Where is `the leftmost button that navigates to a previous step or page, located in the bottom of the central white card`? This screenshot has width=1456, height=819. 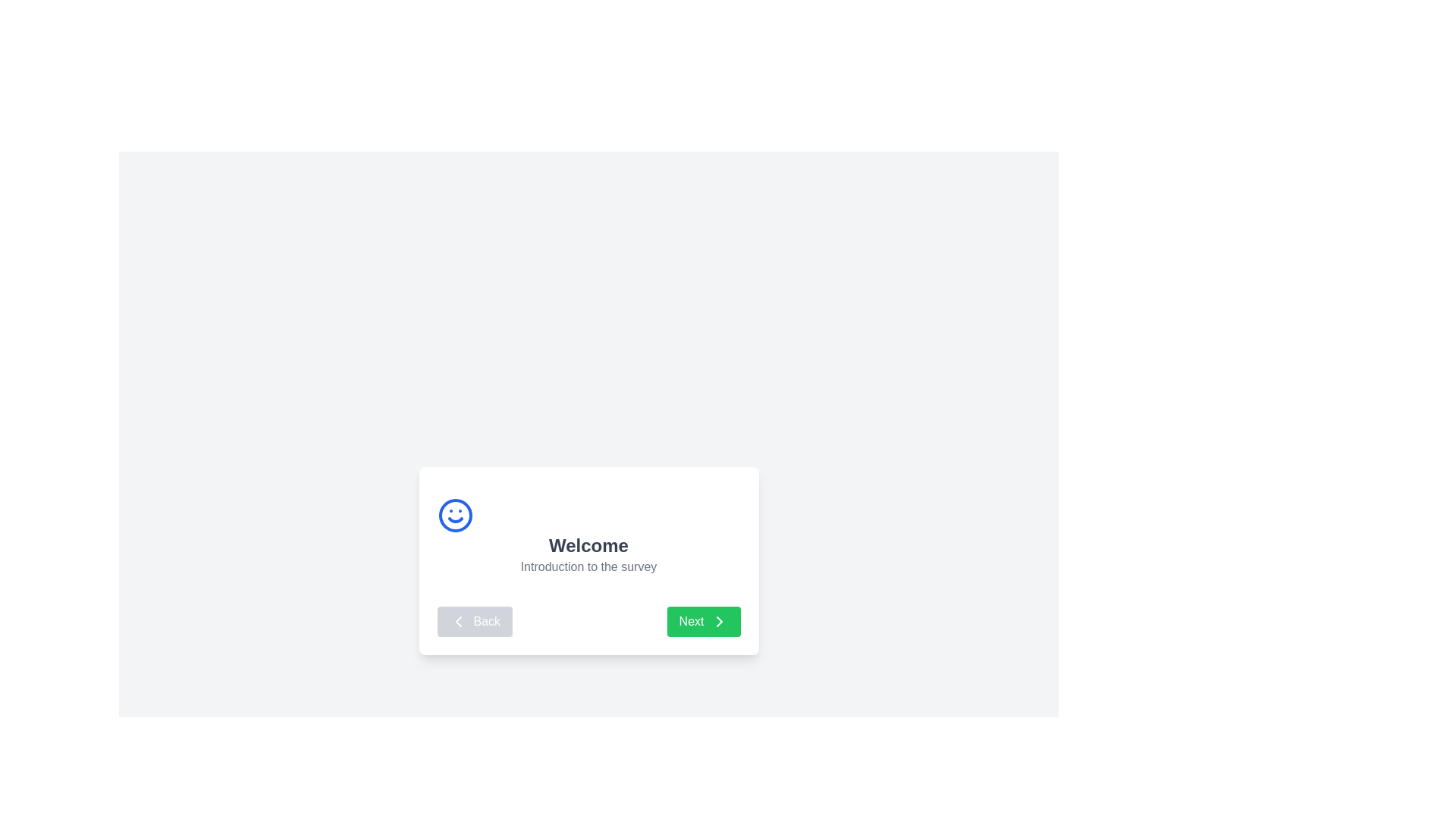
the leftmost button that navigates to a previous step or page, located in the bottom of the central white card is located at coordinates (474, 622).